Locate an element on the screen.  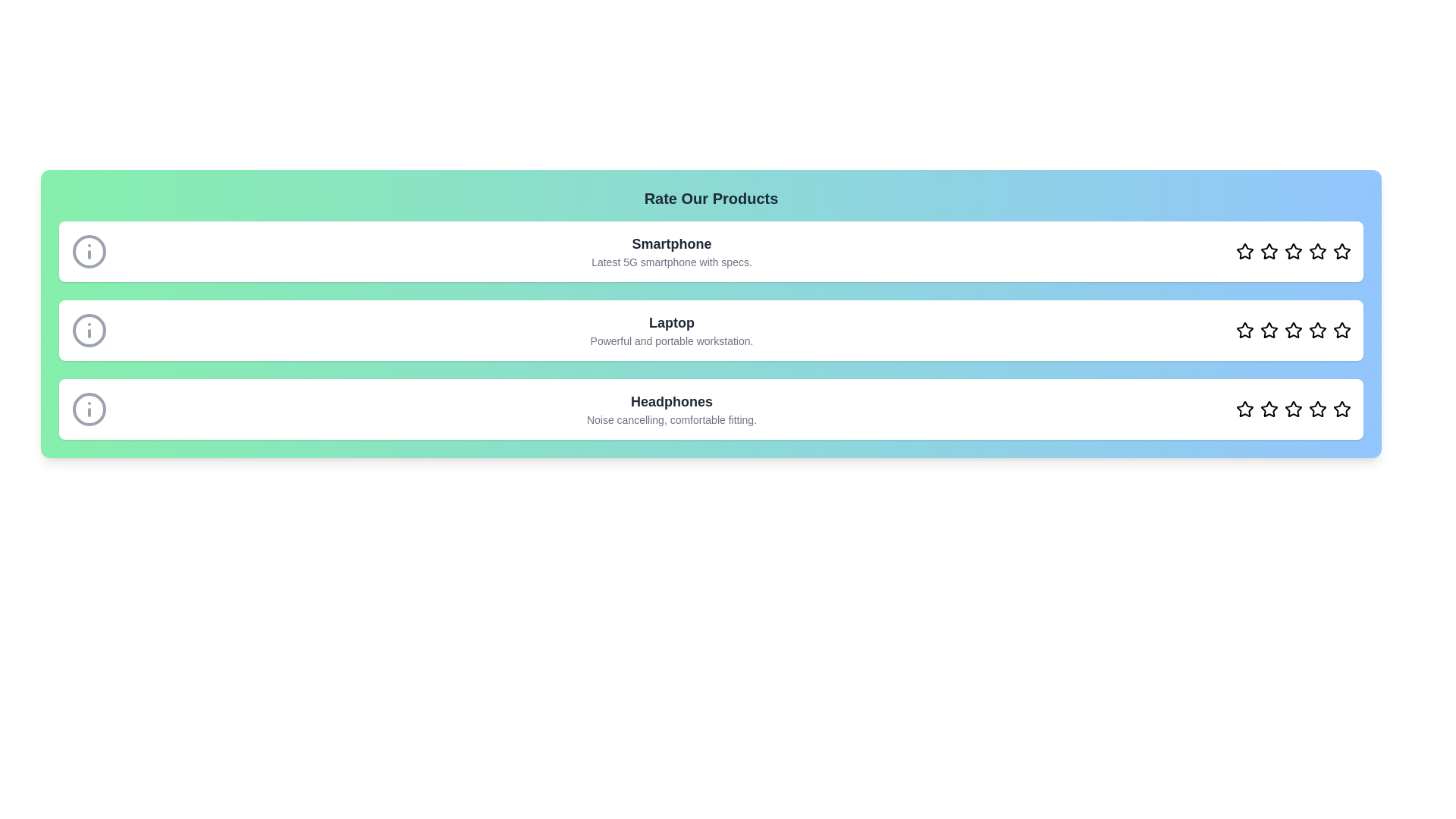
the fourth yellow star in the rating system for the 'Headphones' product is located at coordinates (1316, 408).